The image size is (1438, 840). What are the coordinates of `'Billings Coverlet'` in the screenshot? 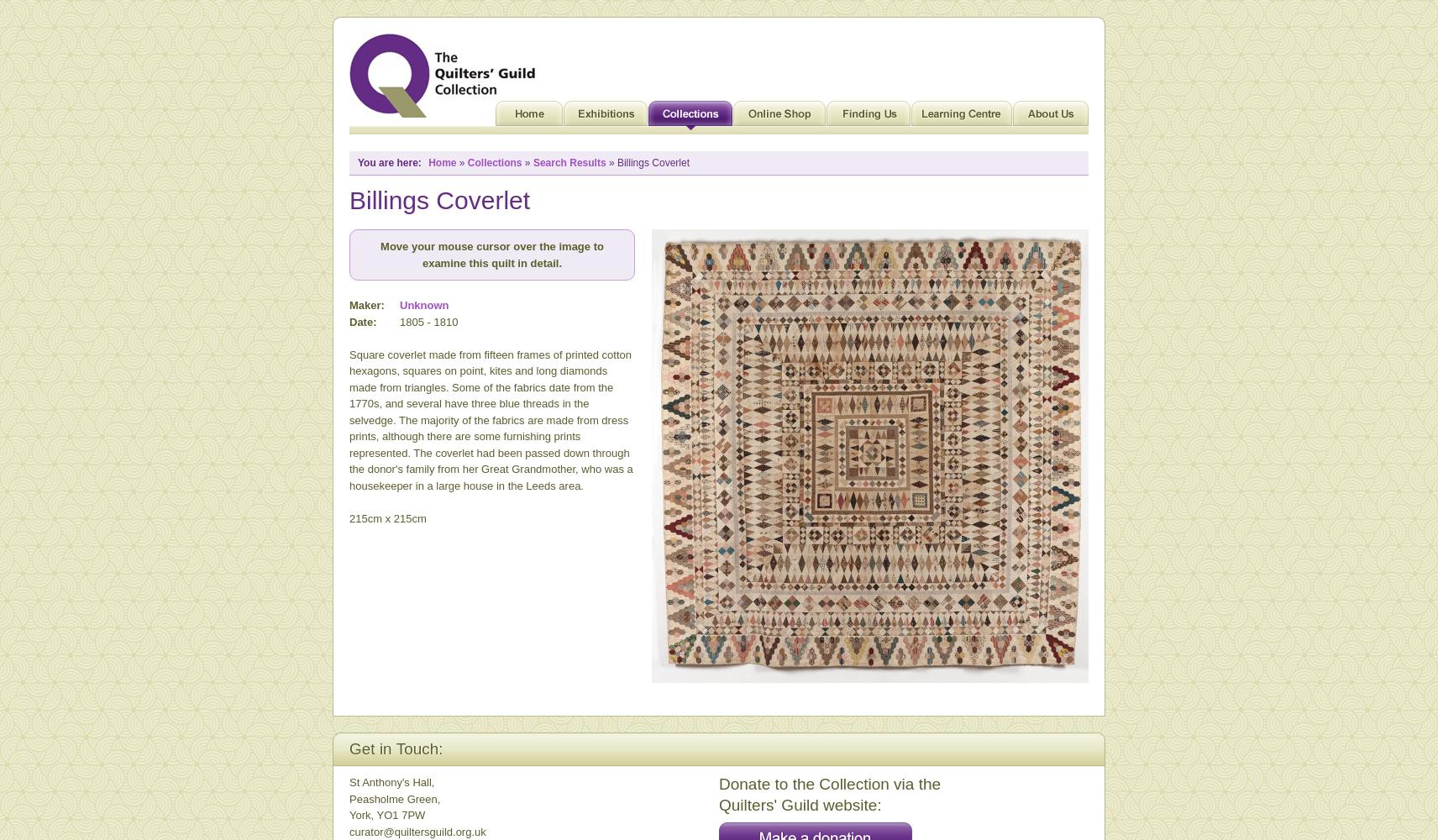 It's located at (438, 199).